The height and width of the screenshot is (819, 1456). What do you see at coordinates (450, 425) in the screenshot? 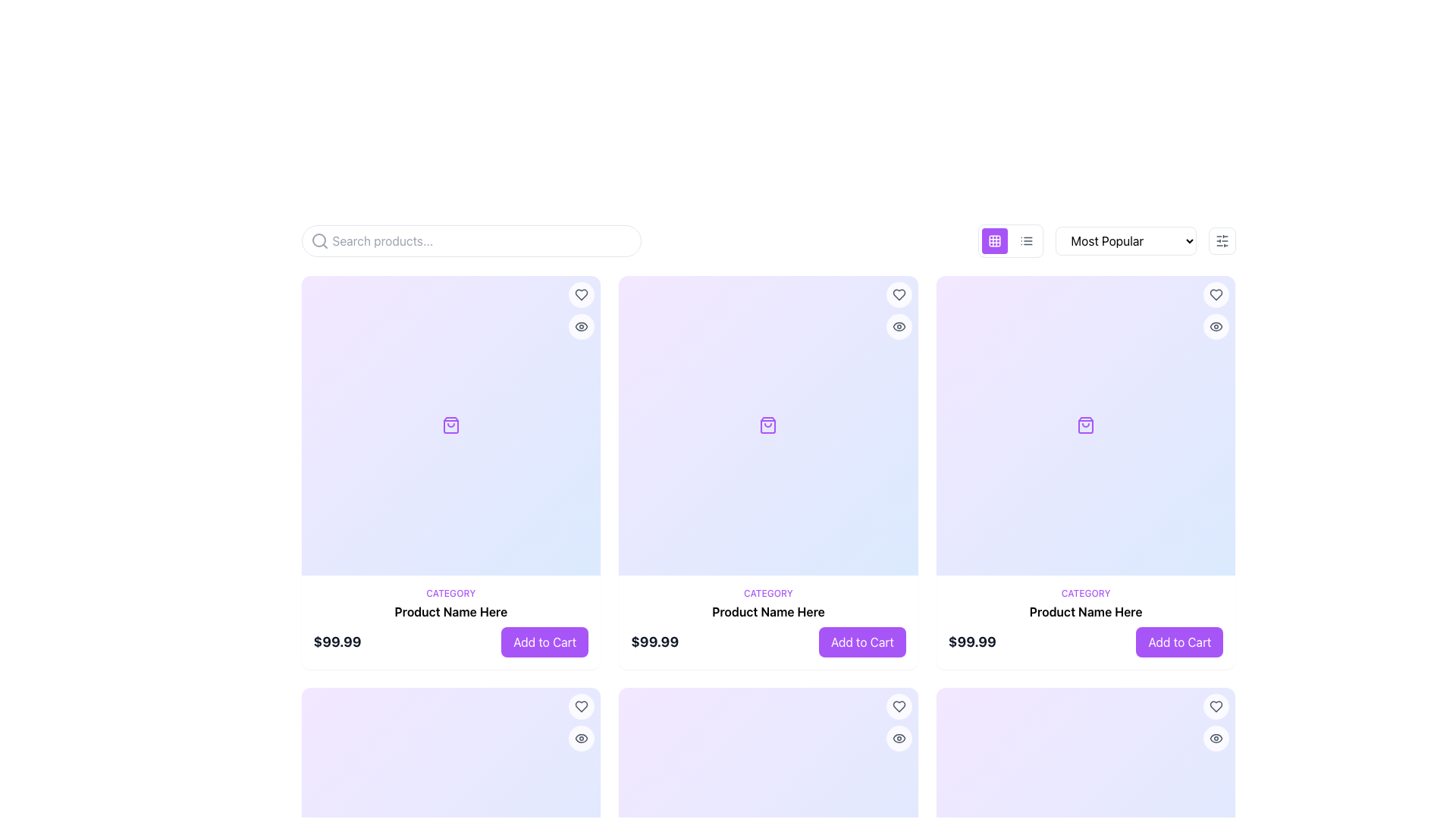
I see `the shopping bag icon, which is visually styled with a purple color and thin strokes, located centrally within the first product card in the top row of the grid layout` at bounding box center [450, 425].